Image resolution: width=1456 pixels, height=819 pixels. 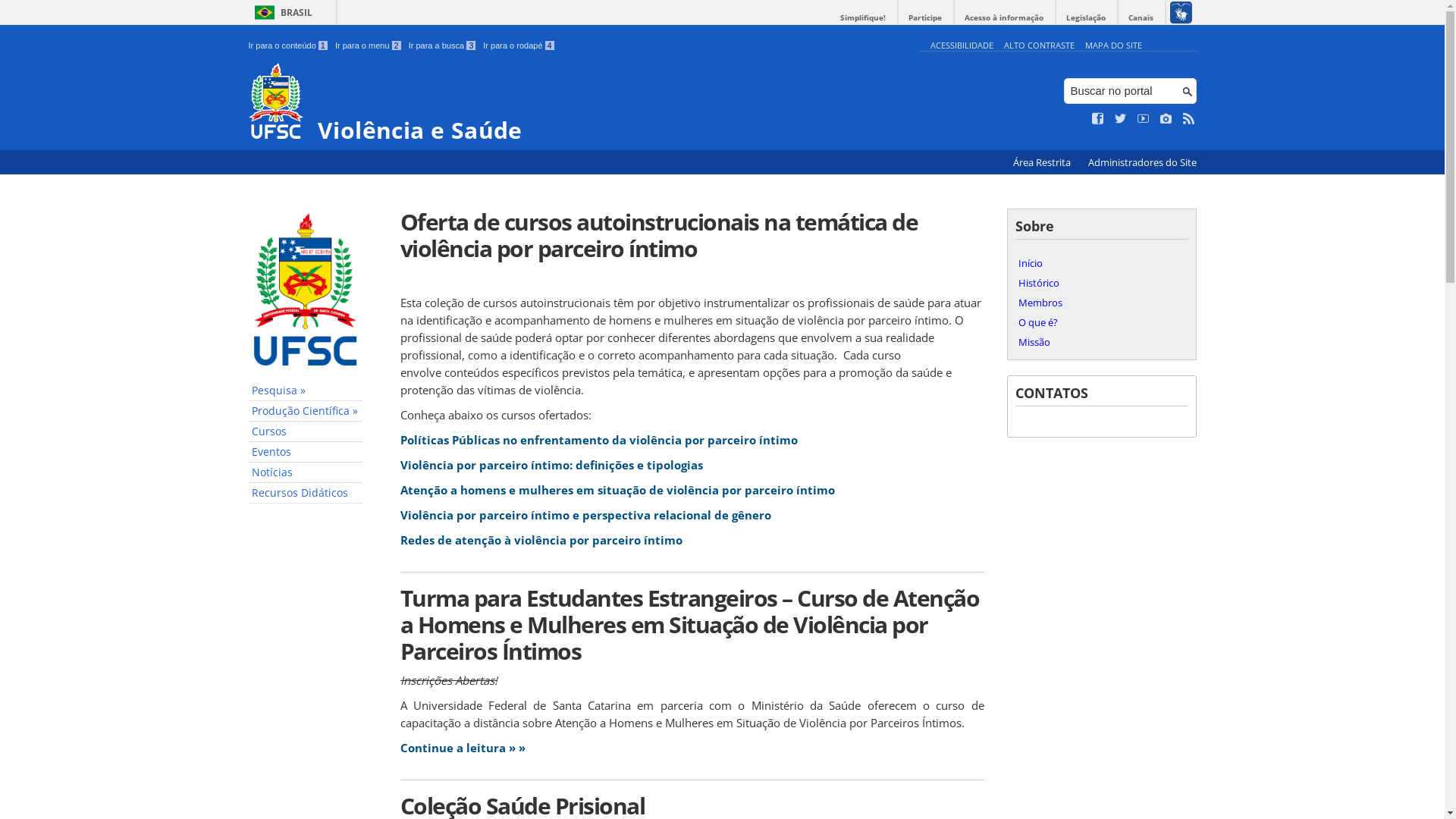 I want to click on 'Participe', so click(x=924, y=17).